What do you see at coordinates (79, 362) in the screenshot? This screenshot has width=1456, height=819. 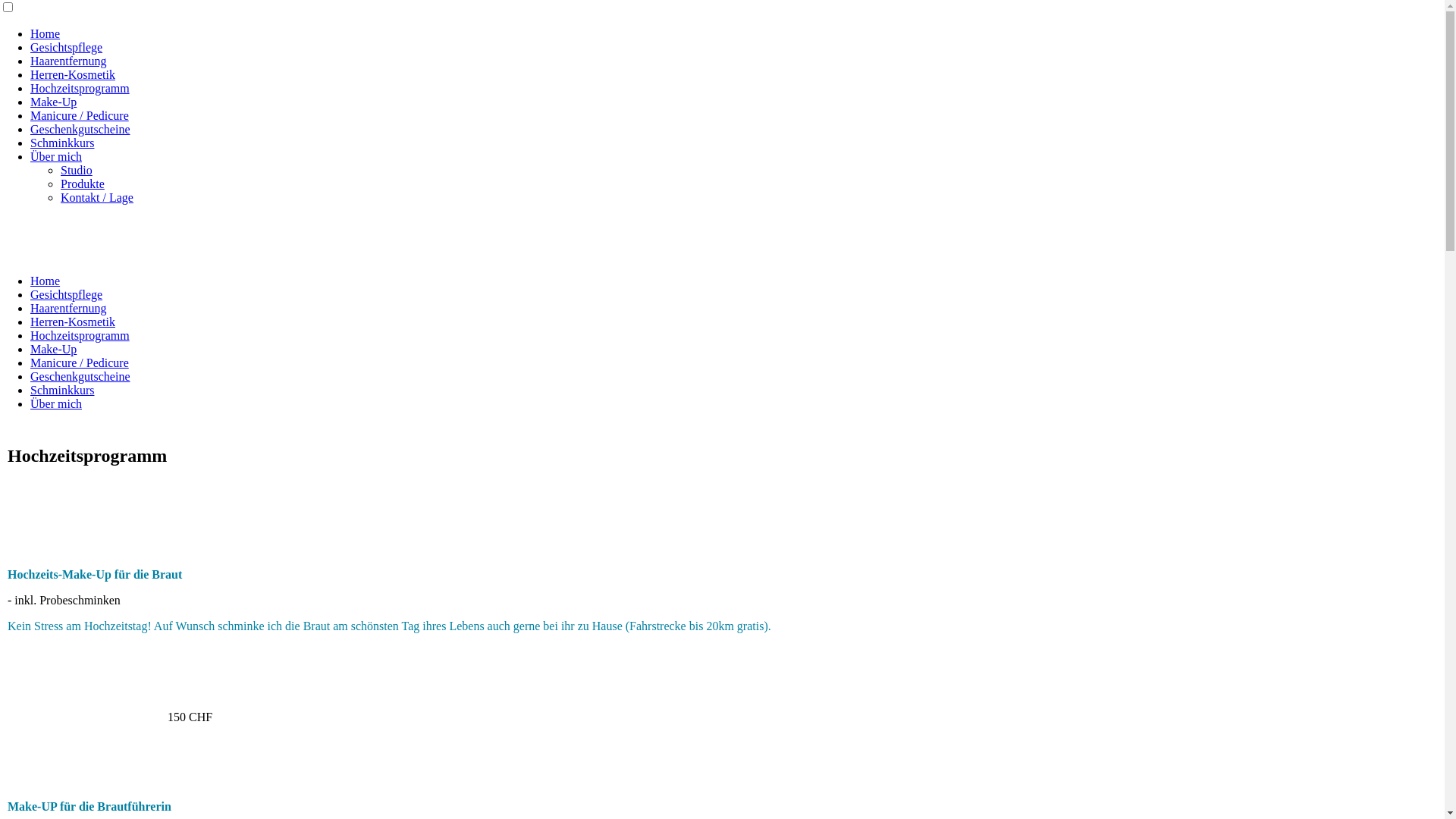 I see `'Manicure / Pedicure'` at bounding box center [79, 362].